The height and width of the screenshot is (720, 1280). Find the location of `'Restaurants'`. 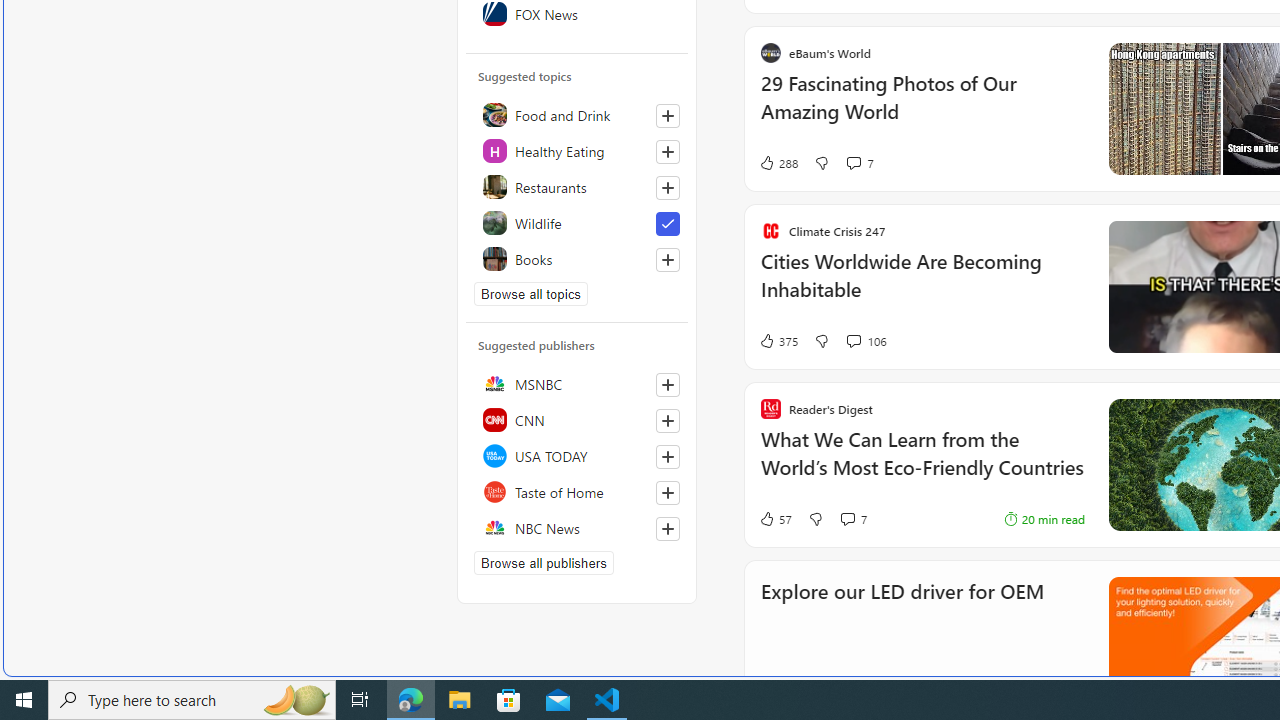

'Restaurants' is located at coordinates (576, 186).